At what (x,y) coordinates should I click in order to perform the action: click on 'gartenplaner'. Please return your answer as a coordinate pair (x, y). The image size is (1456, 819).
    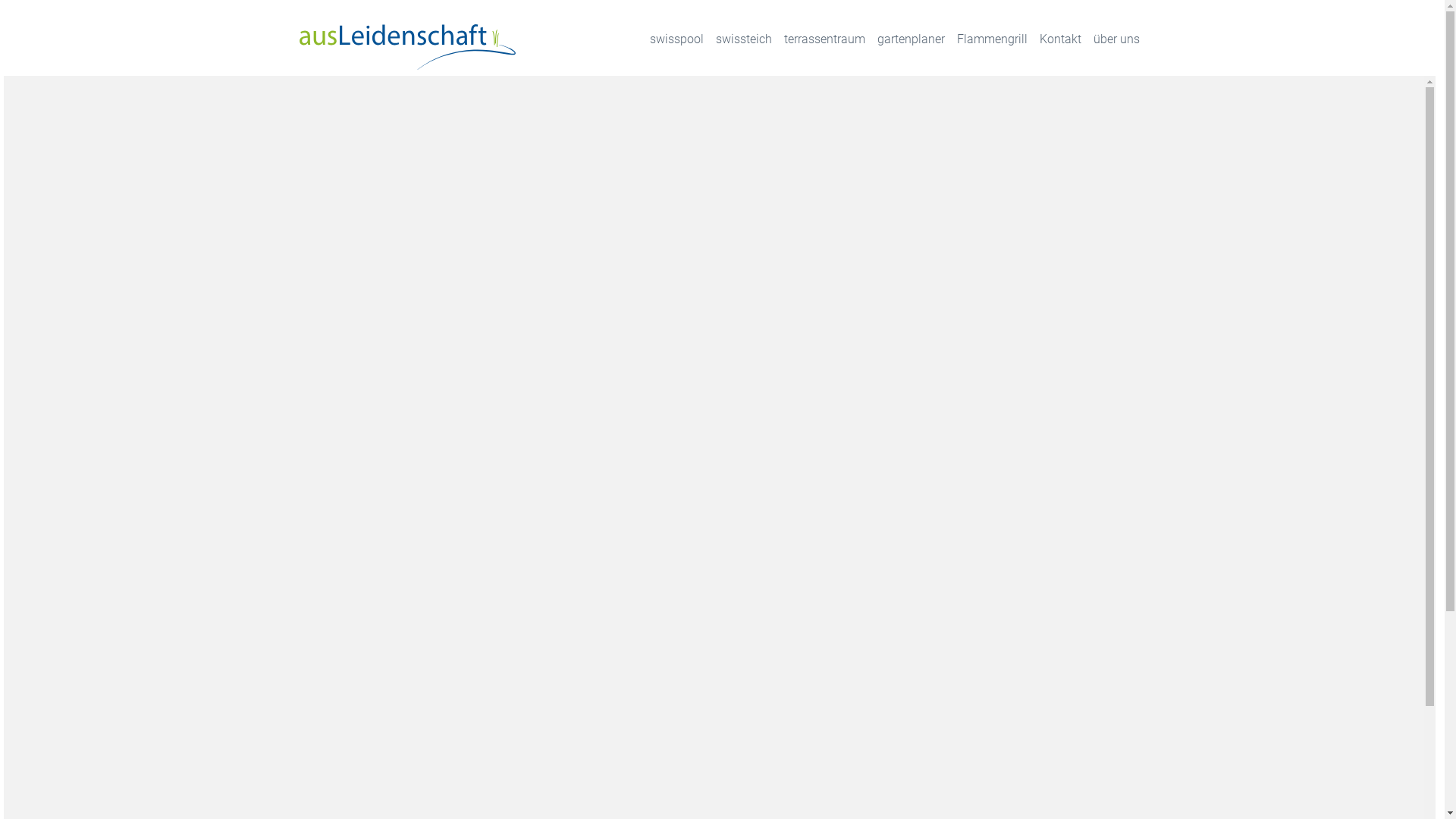
    Looking at the image, I should click on (910, 38).